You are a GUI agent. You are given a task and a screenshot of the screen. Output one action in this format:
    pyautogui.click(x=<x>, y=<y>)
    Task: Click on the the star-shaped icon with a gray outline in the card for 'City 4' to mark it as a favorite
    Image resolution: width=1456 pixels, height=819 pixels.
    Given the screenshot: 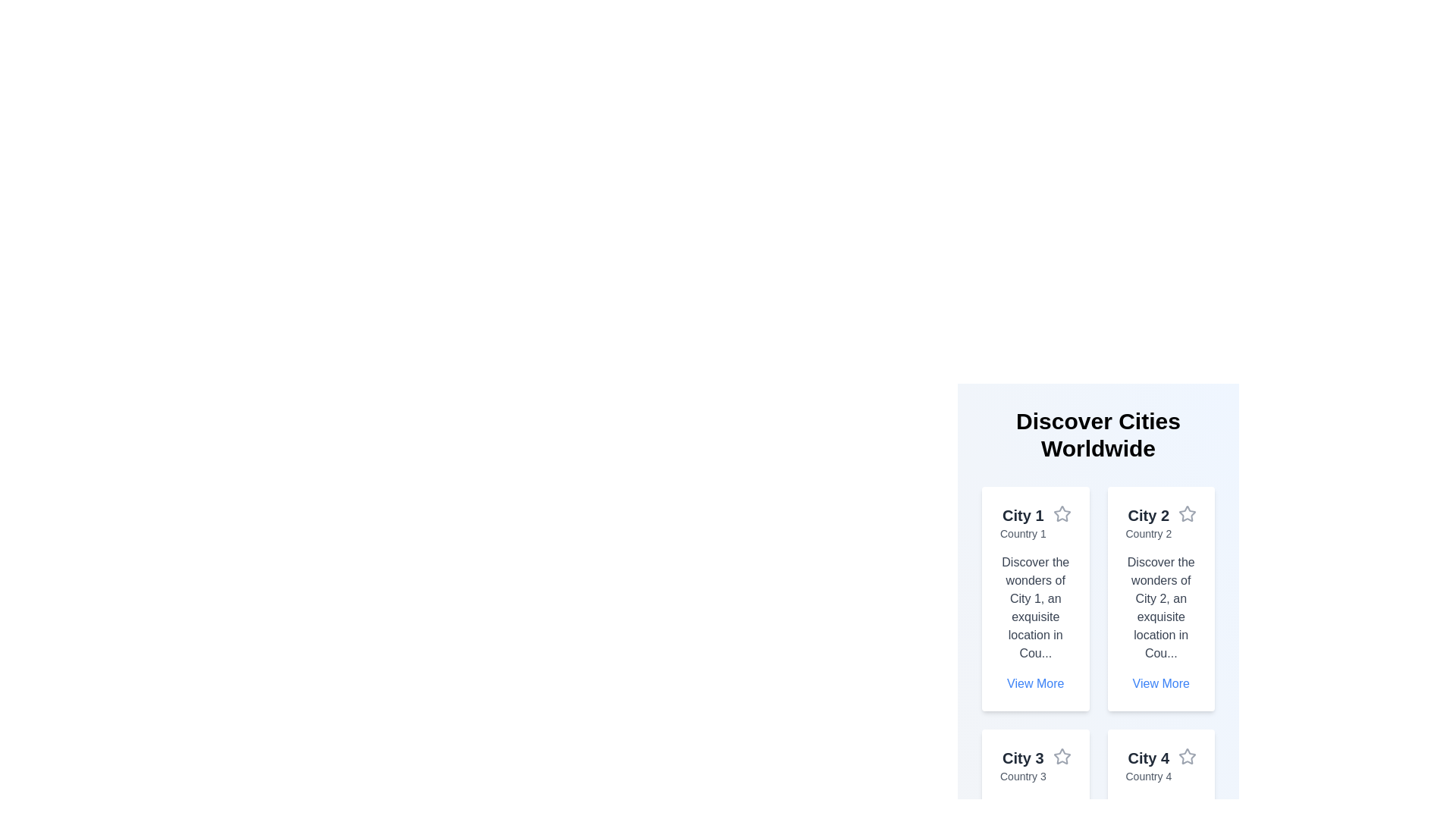 What is the action you would take?
    pyautogui.click(x=1186, y=756)
    